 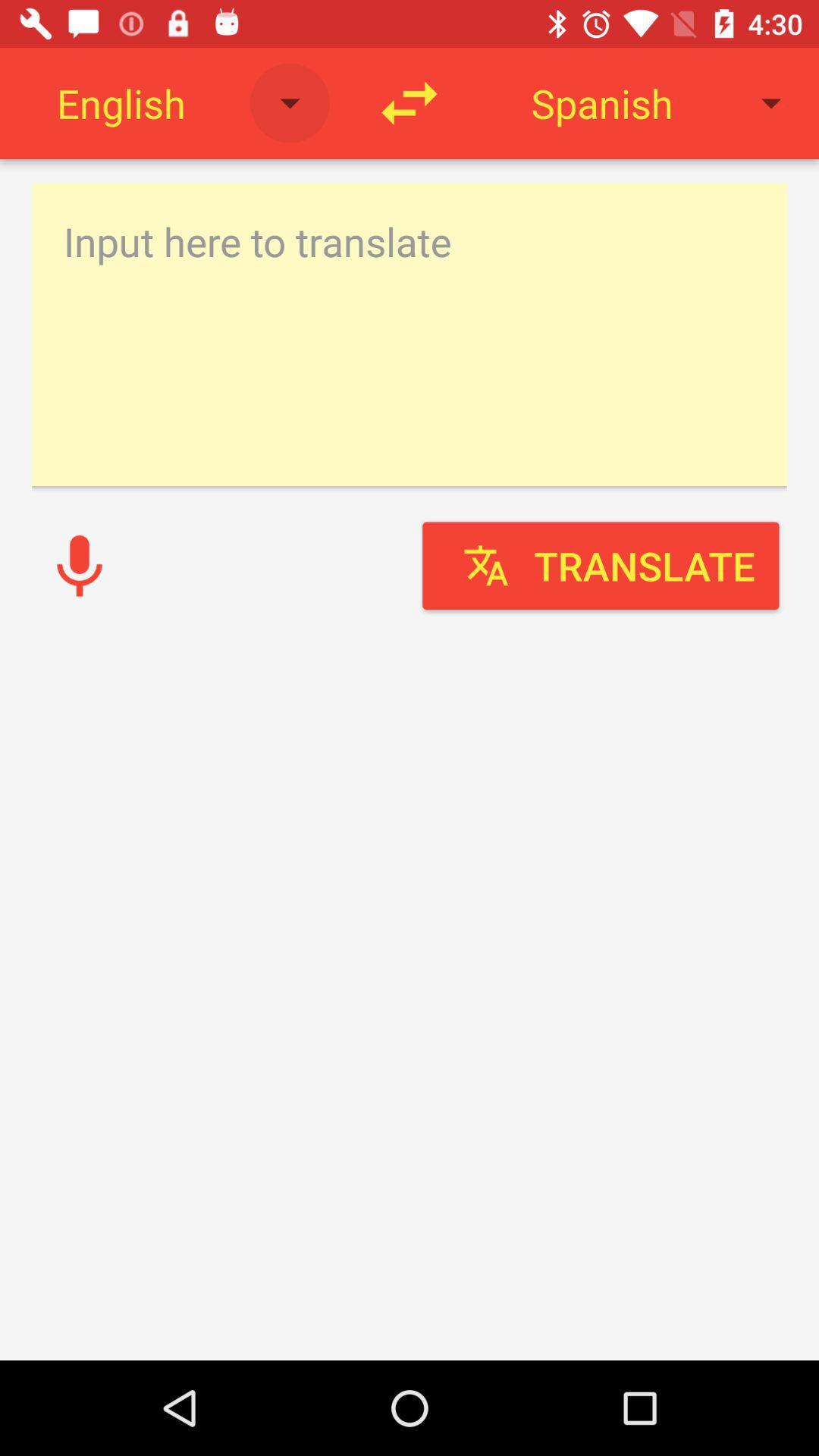 What do you see at coordinates (79, 565) in the screenshot?
I see `use microphone` at bounding box center [79, 565].